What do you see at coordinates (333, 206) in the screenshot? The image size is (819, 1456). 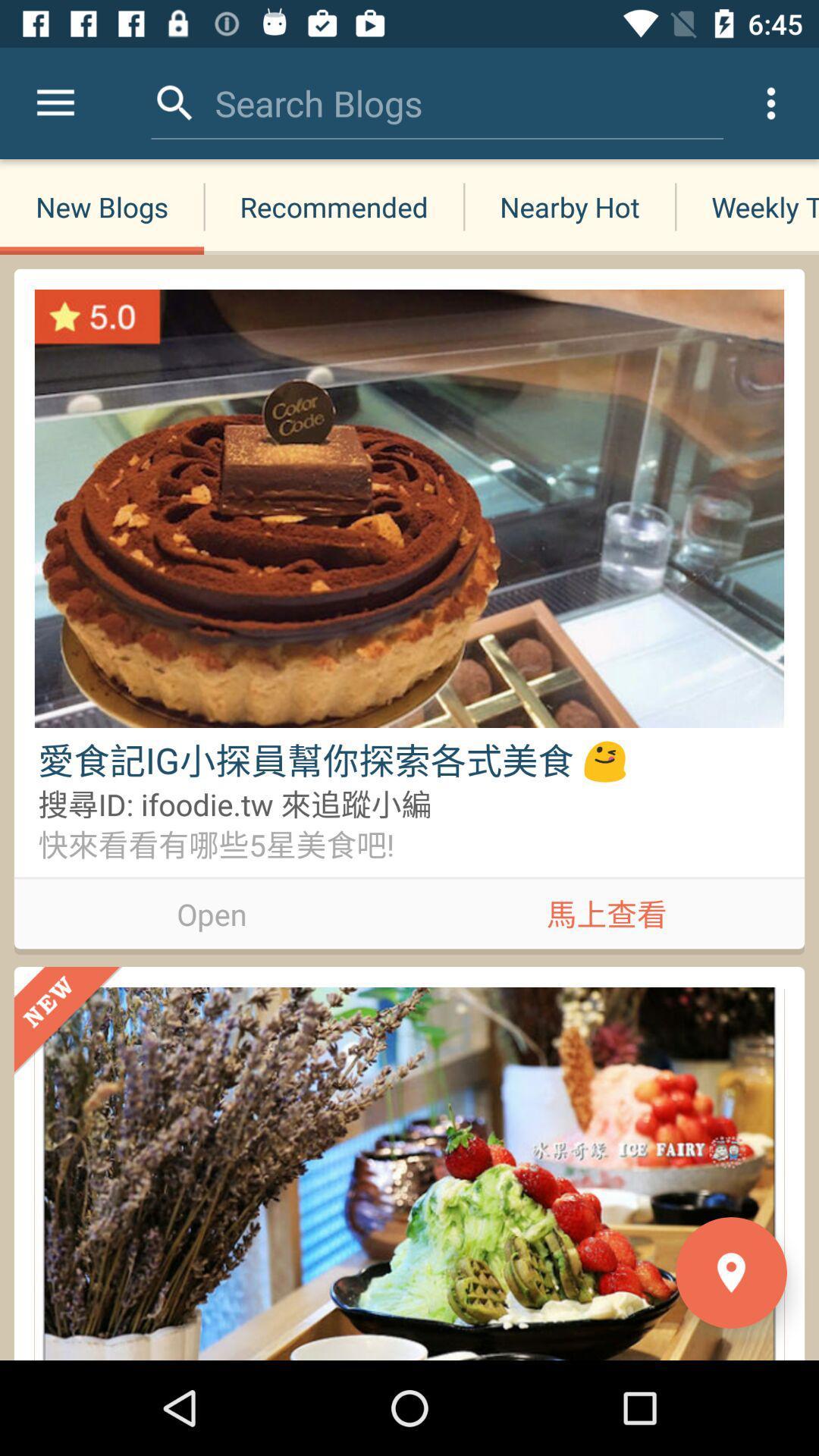 I see `the recommended item` at bounding box center [333, 206].